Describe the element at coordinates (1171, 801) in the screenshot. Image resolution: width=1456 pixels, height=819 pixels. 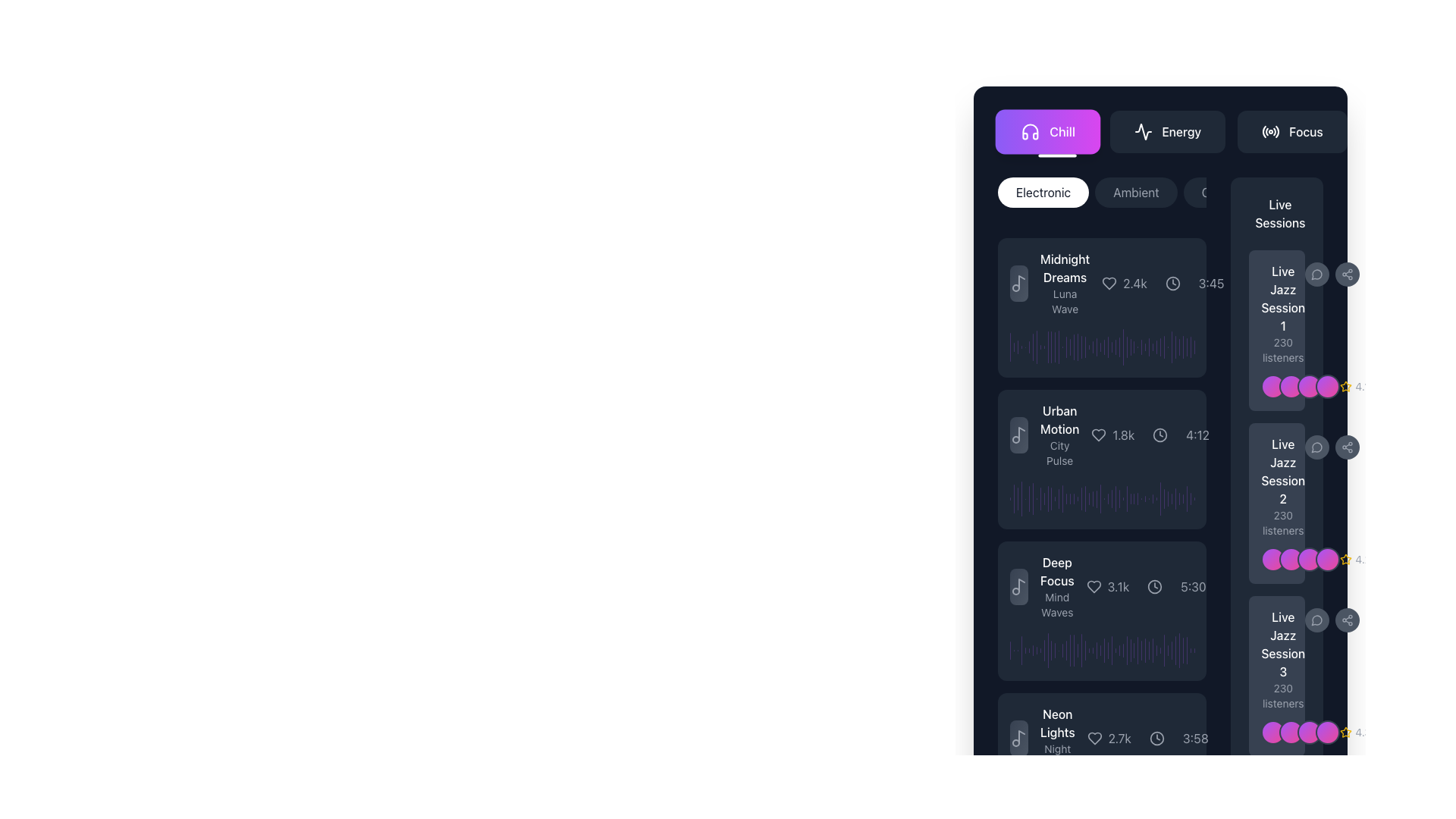
I see `the 56th purple vertical progress bar with rounded ends located on the right side of the interface near 'Live Jazz Session 3'` at that location.